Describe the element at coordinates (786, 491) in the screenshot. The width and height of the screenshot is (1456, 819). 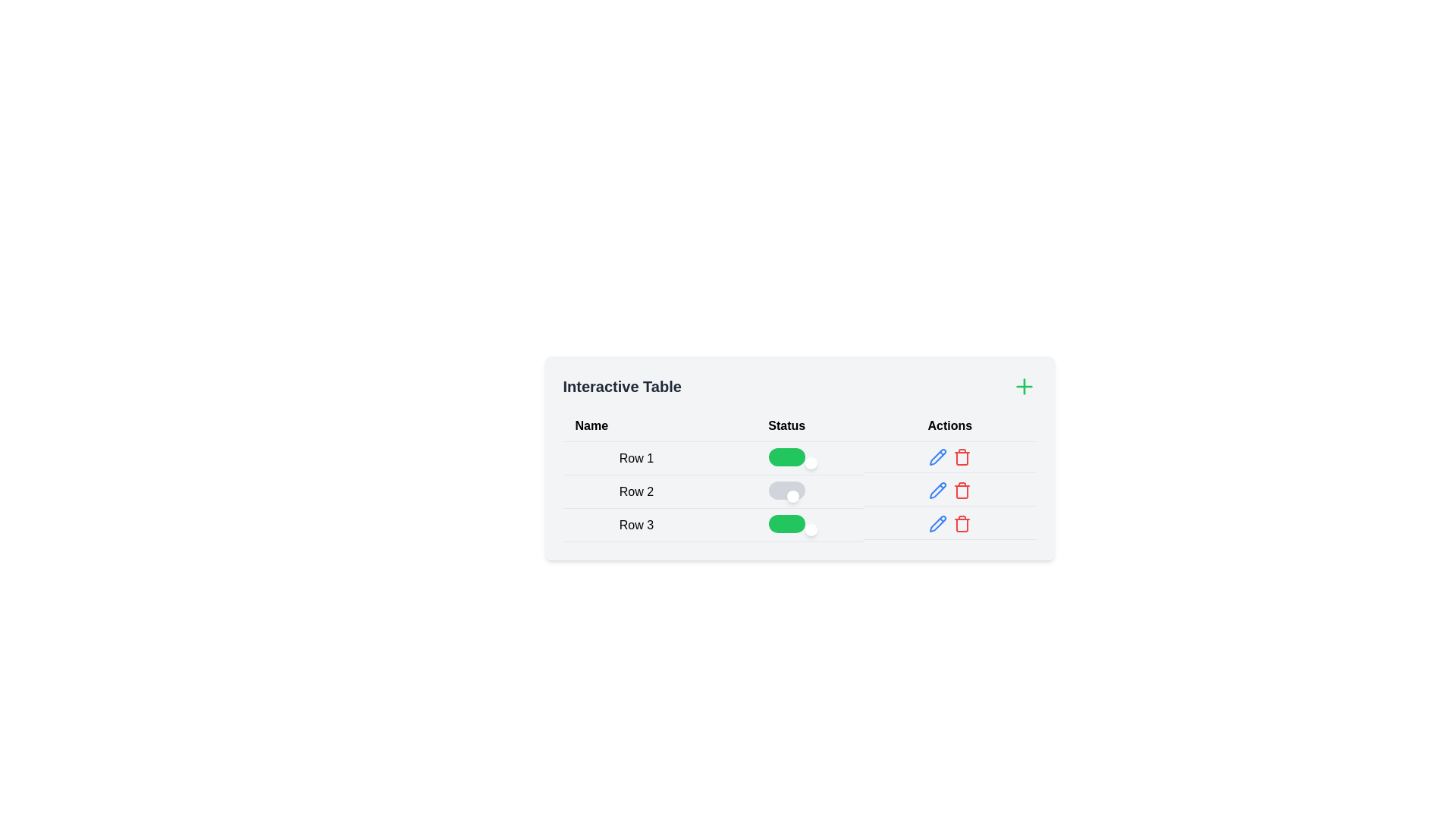
I see `the toggle switch located in the 'Status' column of the second row of the table` at that location.